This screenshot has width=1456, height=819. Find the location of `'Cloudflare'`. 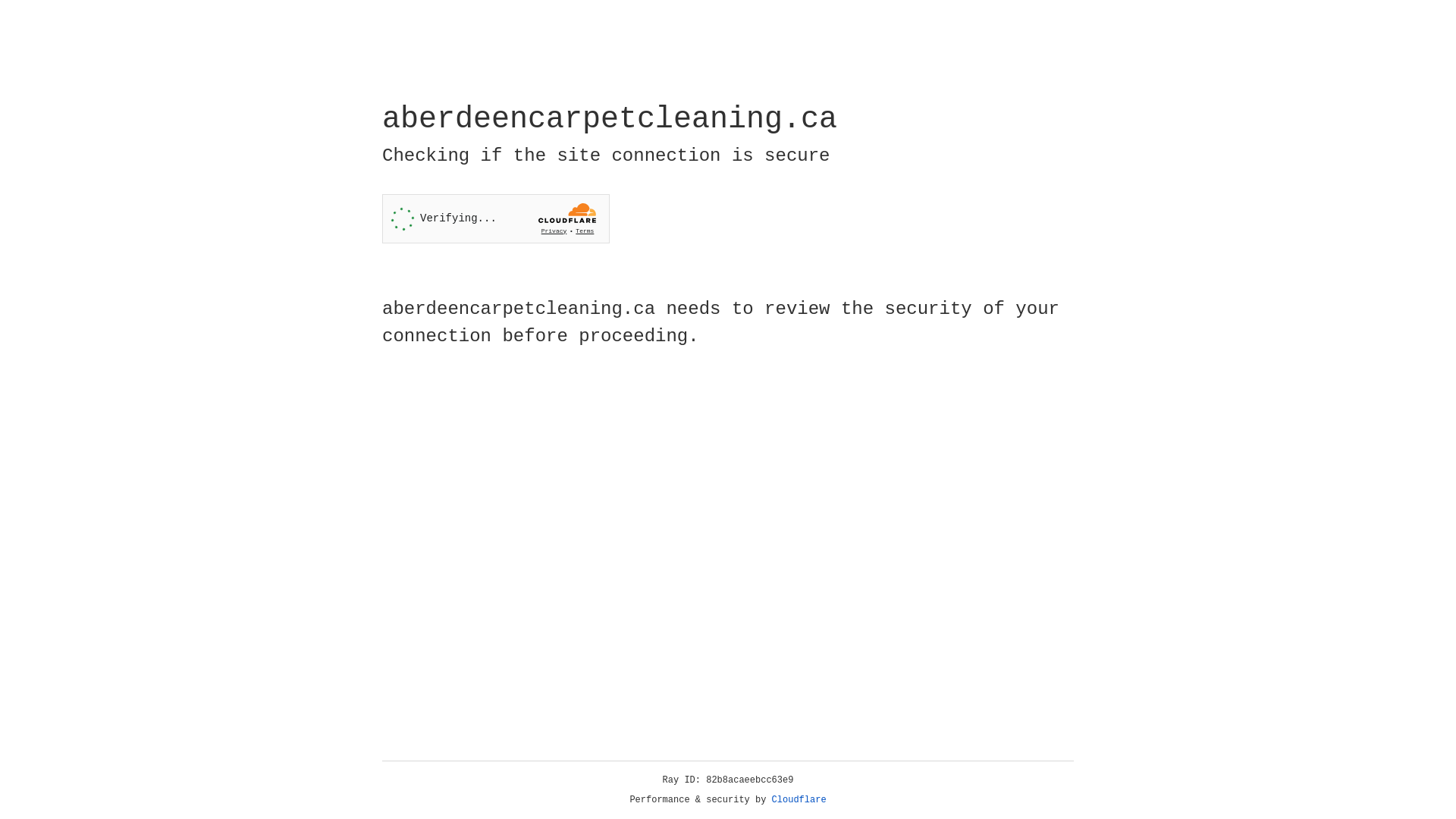

'Cloudflare' is located at coordinates (799, 799).